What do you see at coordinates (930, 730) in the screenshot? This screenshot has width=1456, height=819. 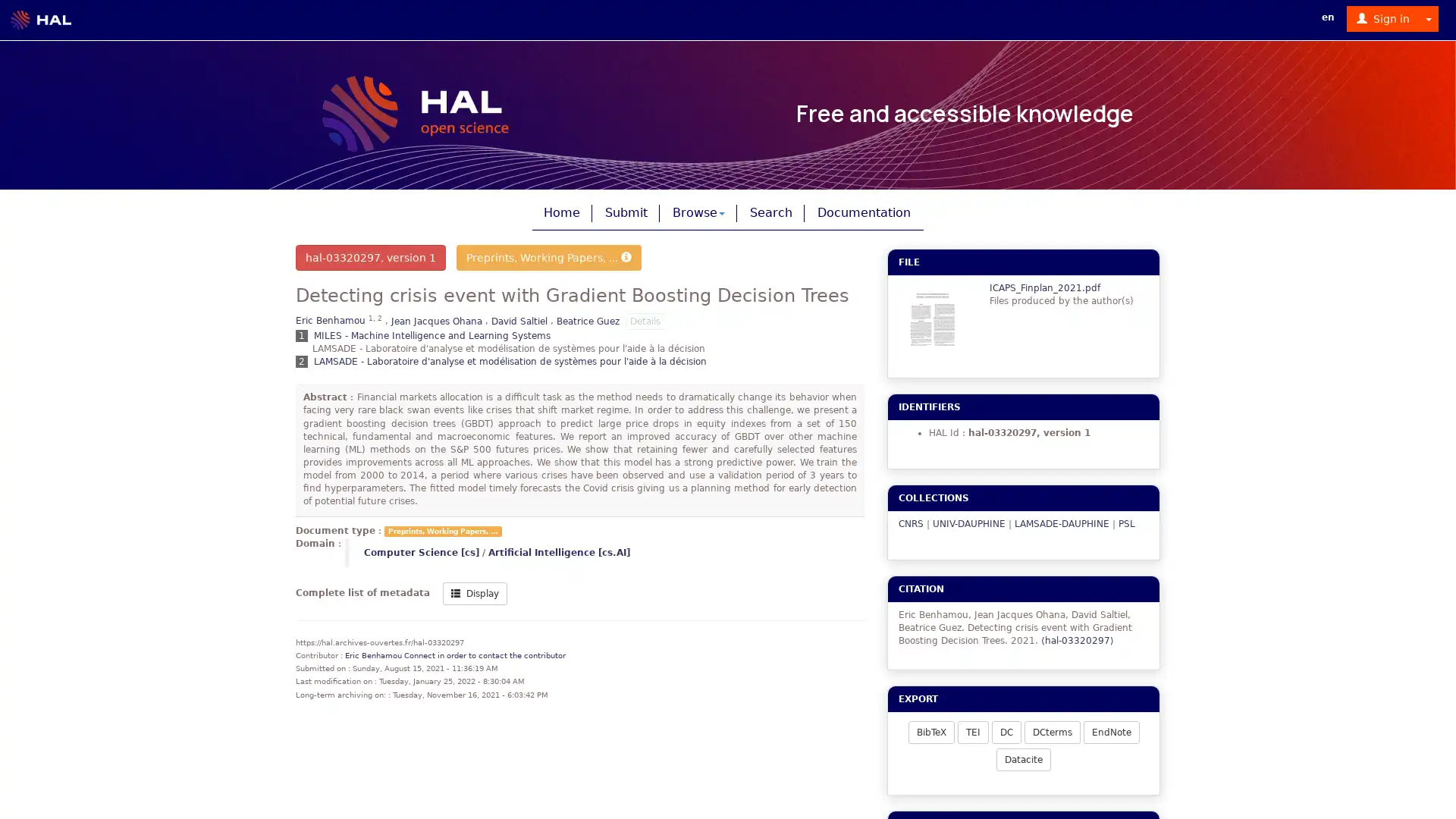 I see `BibTeX` at bounding box center [930, 730].